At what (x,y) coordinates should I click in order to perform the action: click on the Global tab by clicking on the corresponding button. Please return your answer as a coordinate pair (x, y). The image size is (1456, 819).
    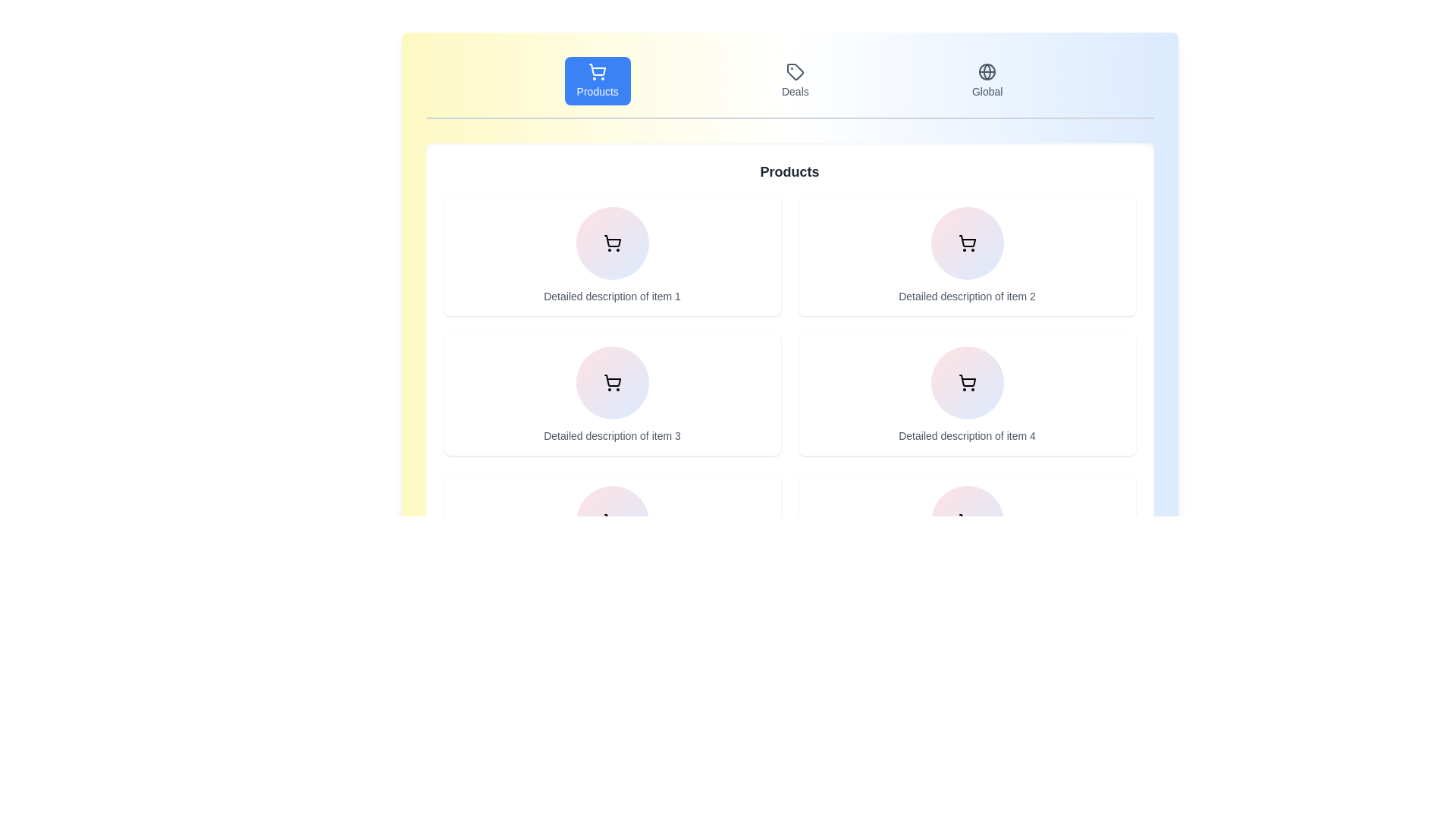
    Looking at the image, I should click on (987, 81).